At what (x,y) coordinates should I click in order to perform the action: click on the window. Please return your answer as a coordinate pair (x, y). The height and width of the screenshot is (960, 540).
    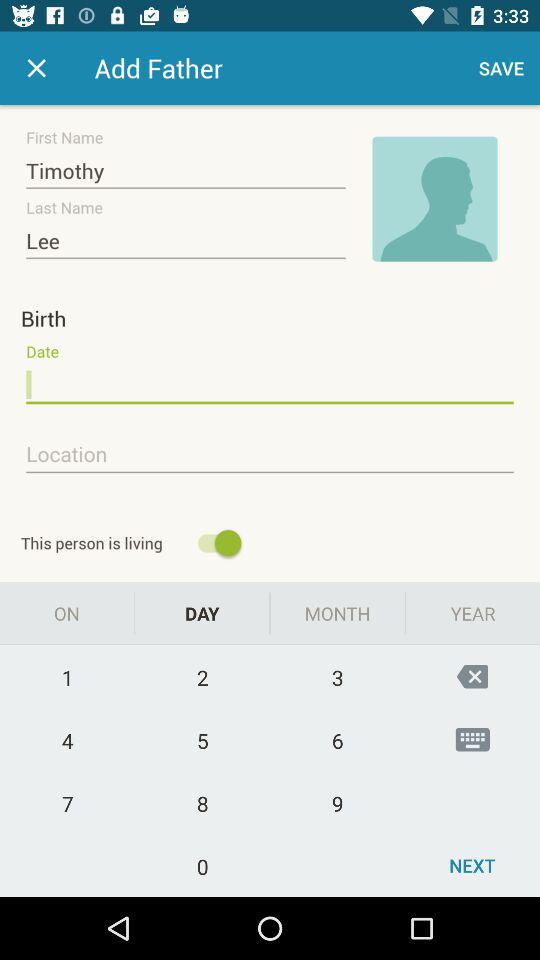
    Looking at the image, I should click on (36, 68).